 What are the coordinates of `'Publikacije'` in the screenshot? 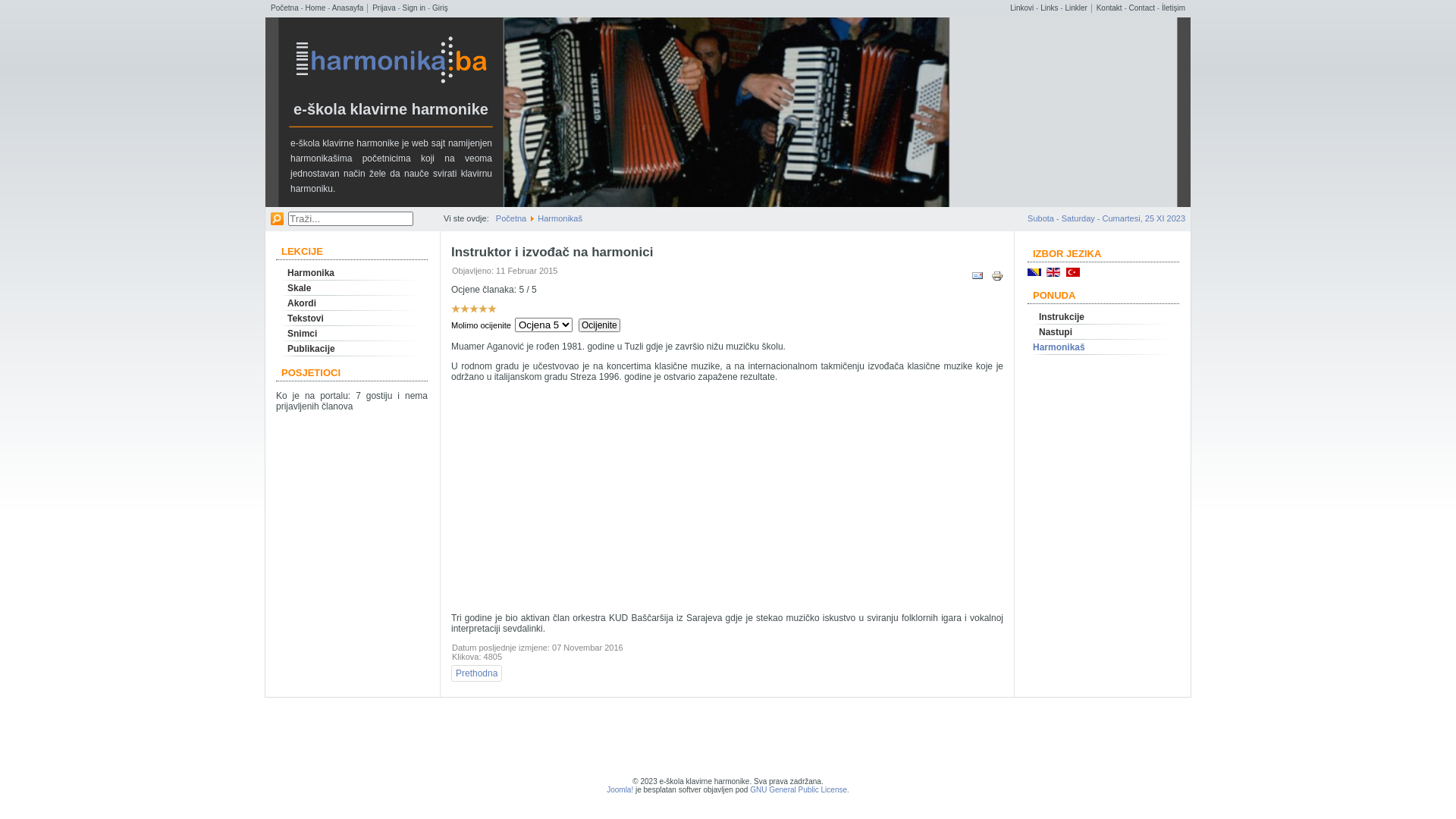 It's located at (351, 348).